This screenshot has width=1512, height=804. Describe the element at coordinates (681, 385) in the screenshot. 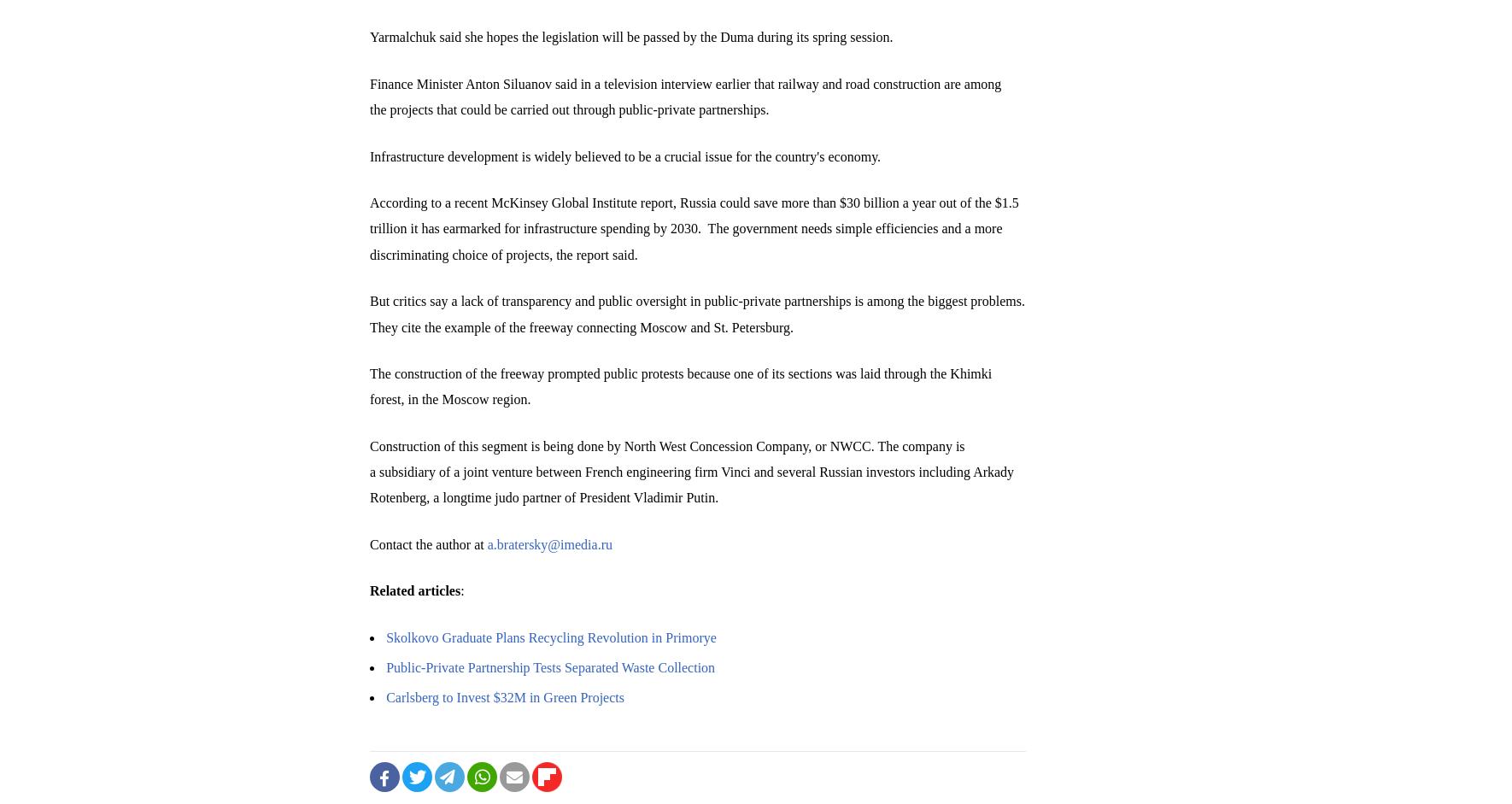

I see `'The construction of the freeway prompted public protests because one of its sections was laid through the Khimki forest, in the Moscow region.'` at that location.